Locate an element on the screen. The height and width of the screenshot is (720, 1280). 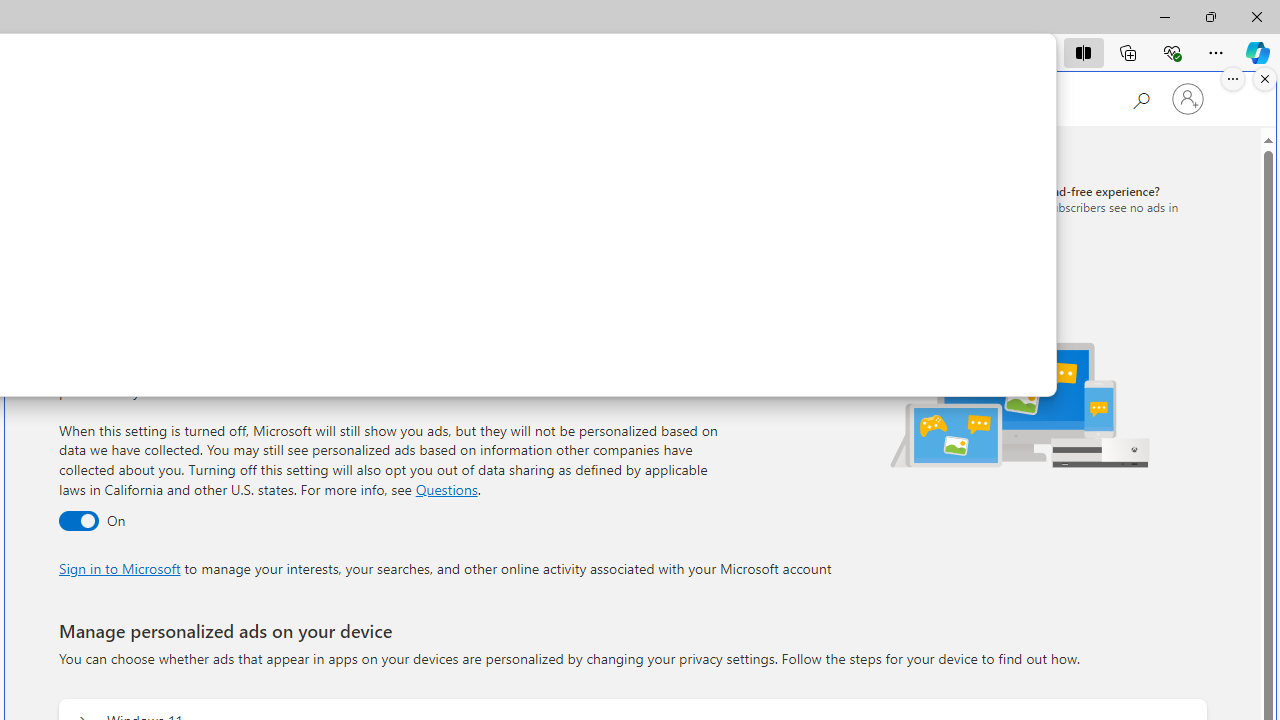
'Sign in to your account' is located at coordinates (1188, 99).